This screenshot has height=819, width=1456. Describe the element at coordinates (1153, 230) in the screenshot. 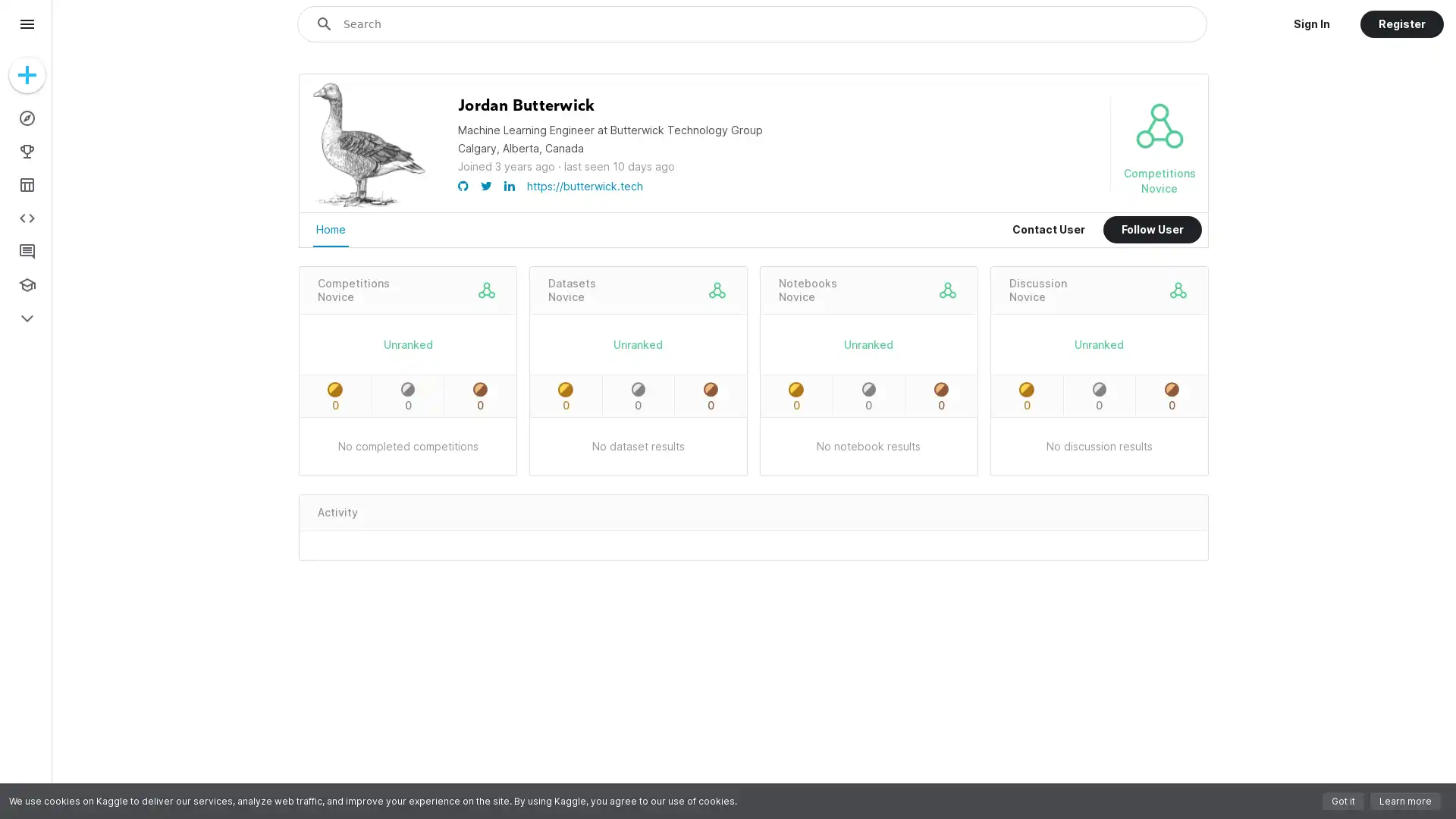

I see `Follow User` at that location.